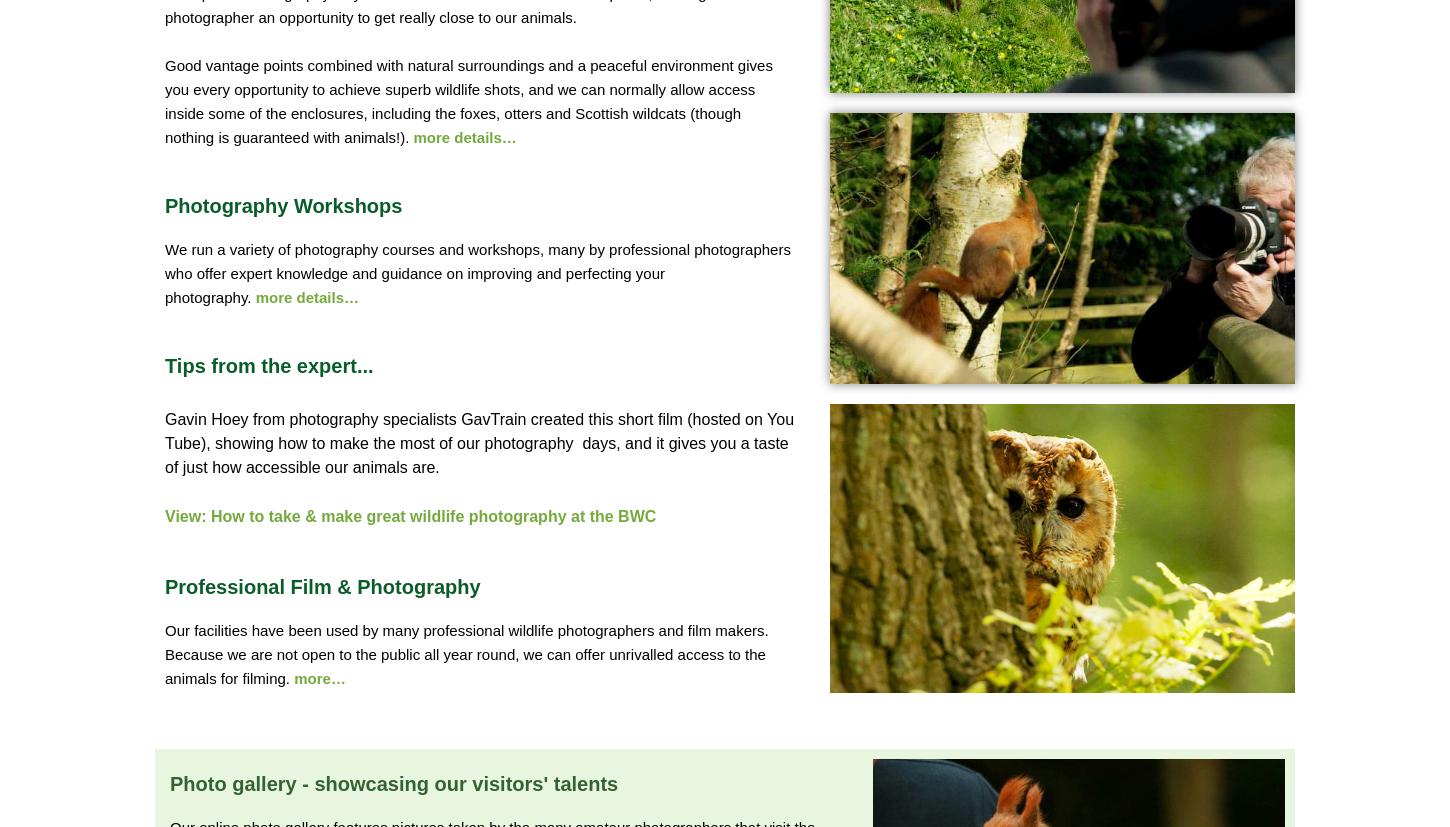 The image size is (1450, 827). What do you see at coordinates (467, 99) in the screenshot?
I see `'Good vantage points combined with natural surroundings and a peaceful environment gives you every opportunity to achieve superb wildlife shots, and we can normally allow access inside some of the enclosures, including the foxes, otters and Scottish wildcats (though nothing is guaranteed with animals!).'` at bounding box center [467, 99].